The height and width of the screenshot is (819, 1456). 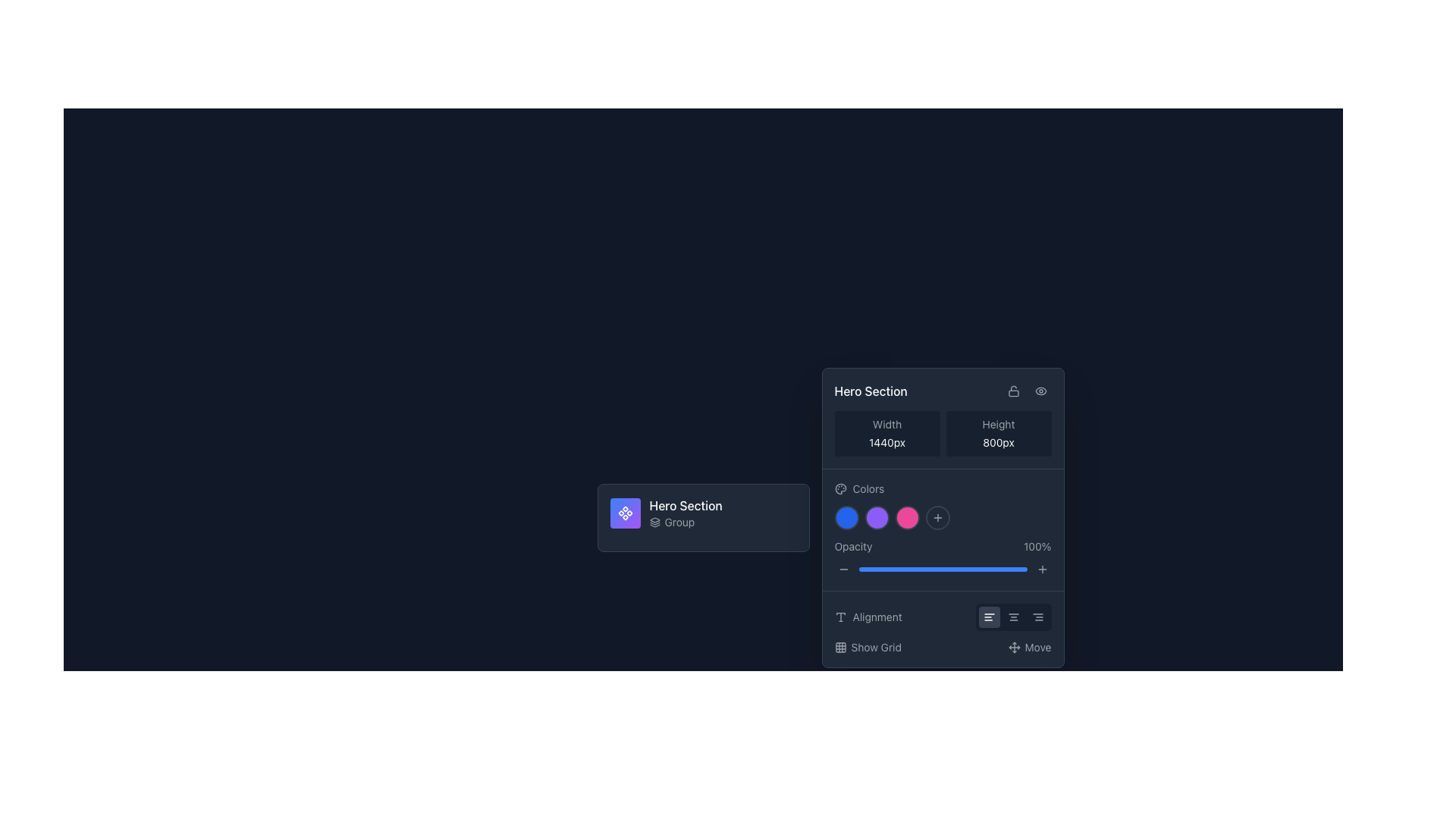 What do you see at coordinates (843, 570) in the screenshot?
I see `the first button with rounded corners styled in a dark theme that features a central horizontal line icon representing a 'minus'` at bounding box center [843, 570].